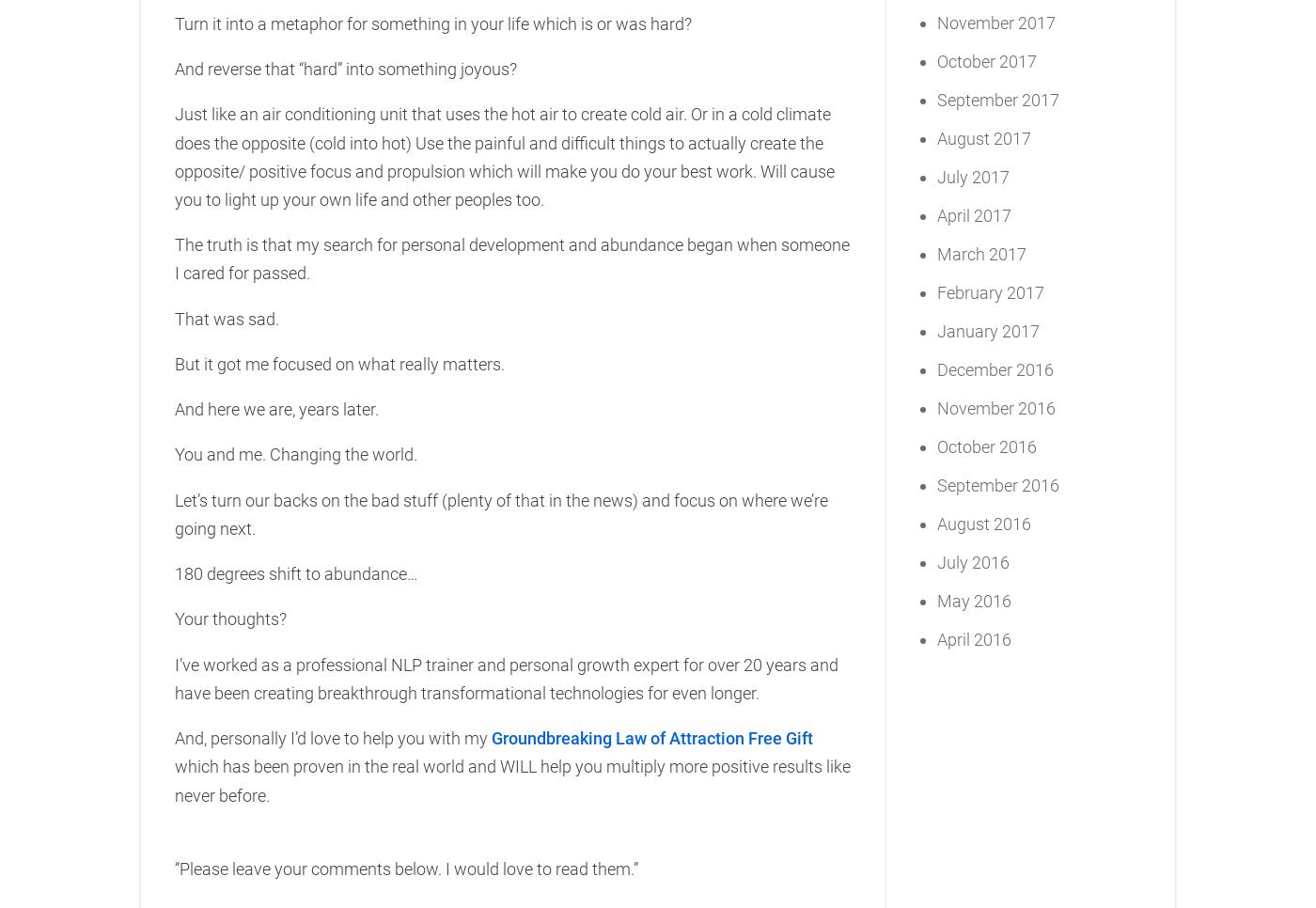  What do you see at coordinates (998, 99) in the screenshot?
I see `'September 2017'` at bounding box center [998, 99].